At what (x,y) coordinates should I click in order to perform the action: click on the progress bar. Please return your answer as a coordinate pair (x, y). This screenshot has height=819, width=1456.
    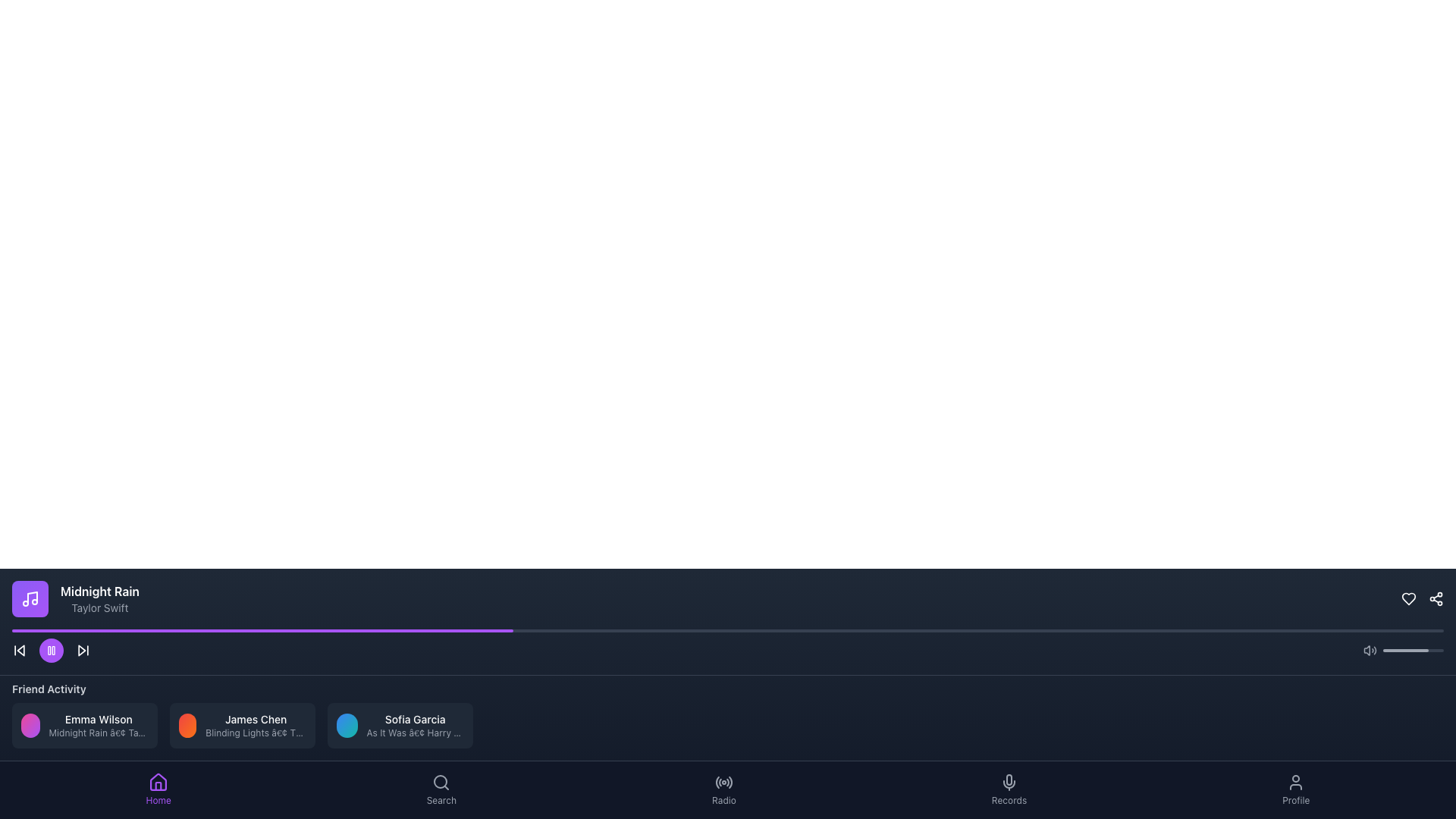
    Looking at the image, I should click on (1171, 631).